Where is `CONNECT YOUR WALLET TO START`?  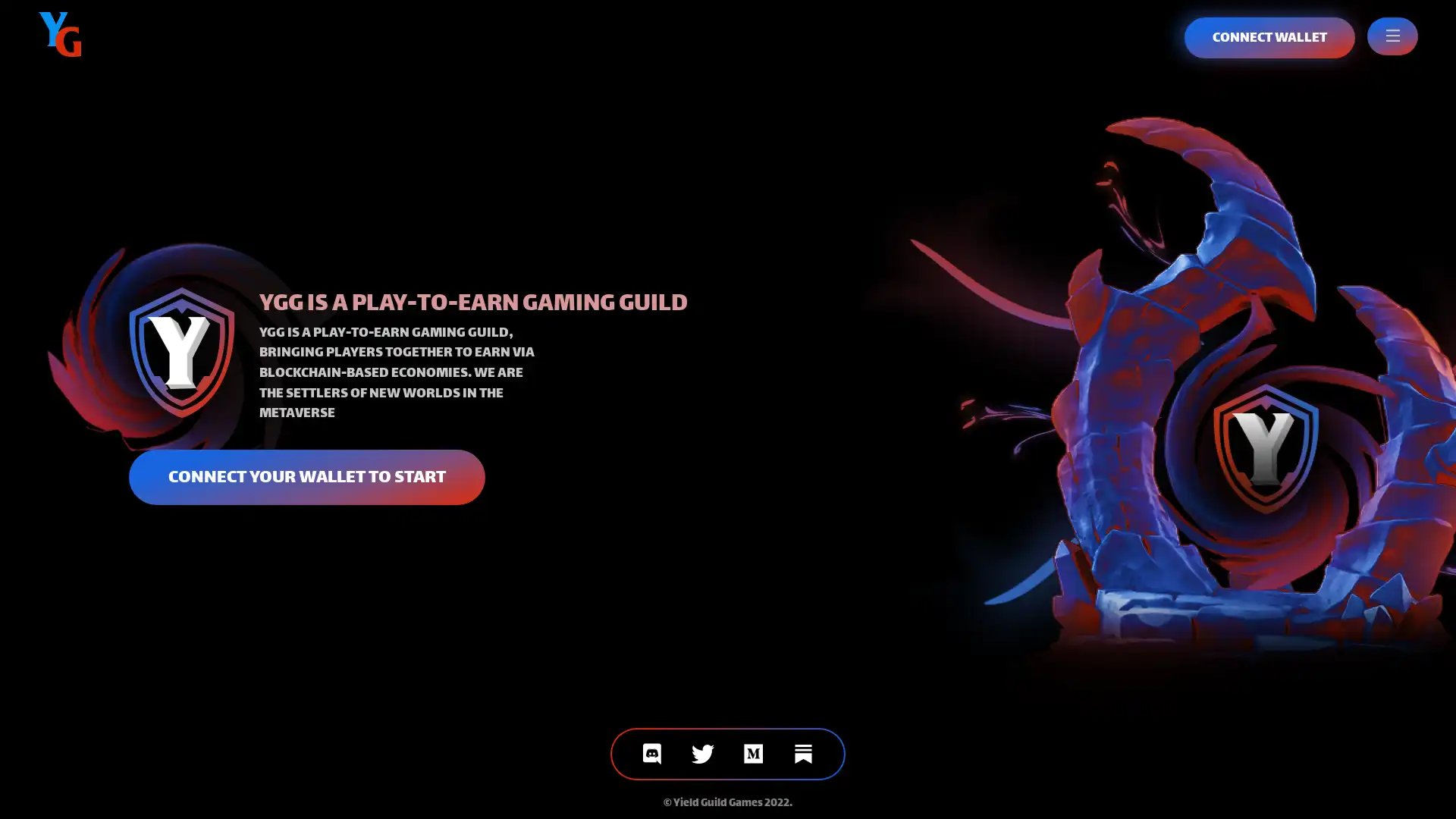 CONNECT YOUR WALLET TO START is located at coordinates (306, 475).